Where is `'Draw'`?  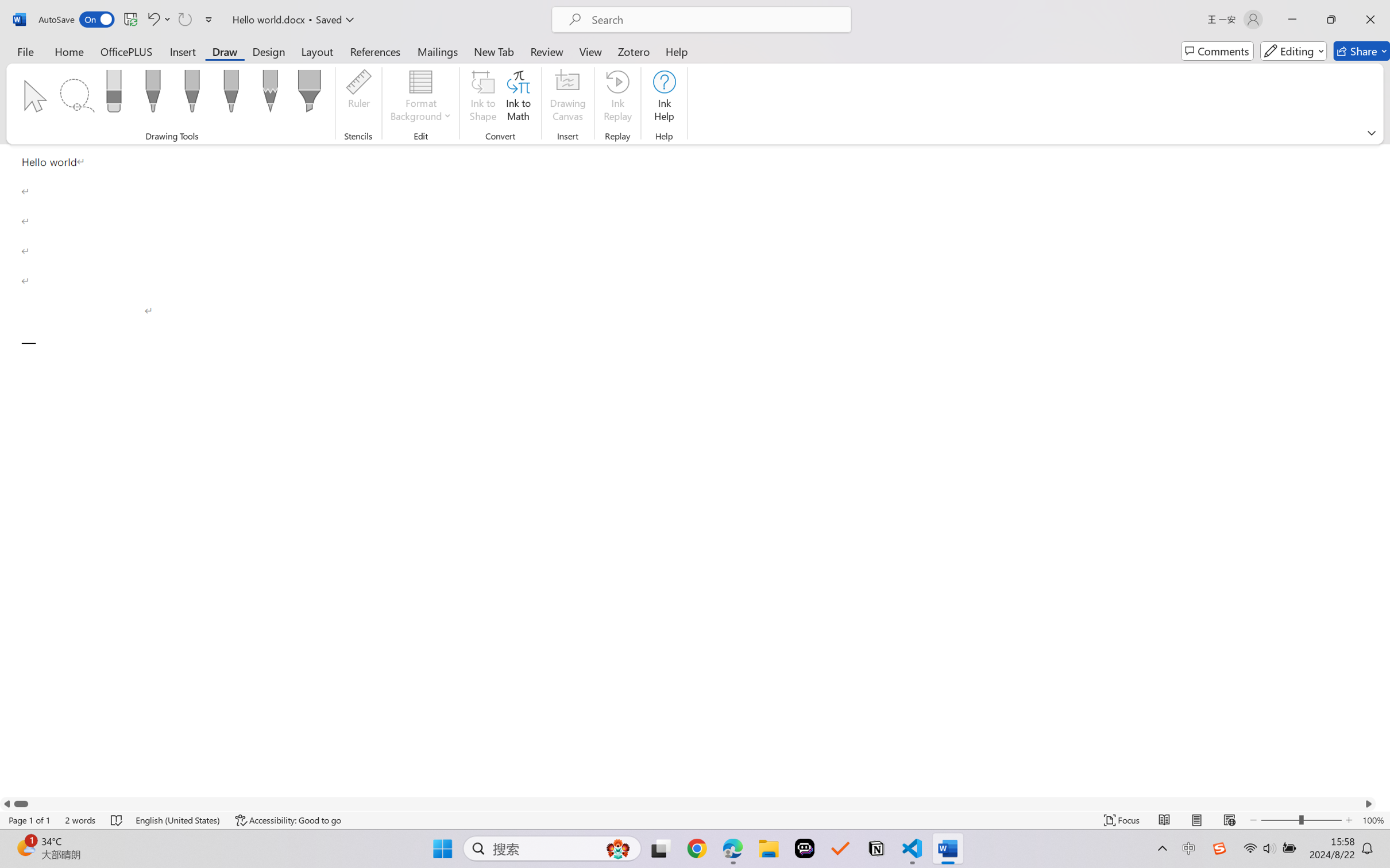
'Draw' is located at coordinates (225, 51).